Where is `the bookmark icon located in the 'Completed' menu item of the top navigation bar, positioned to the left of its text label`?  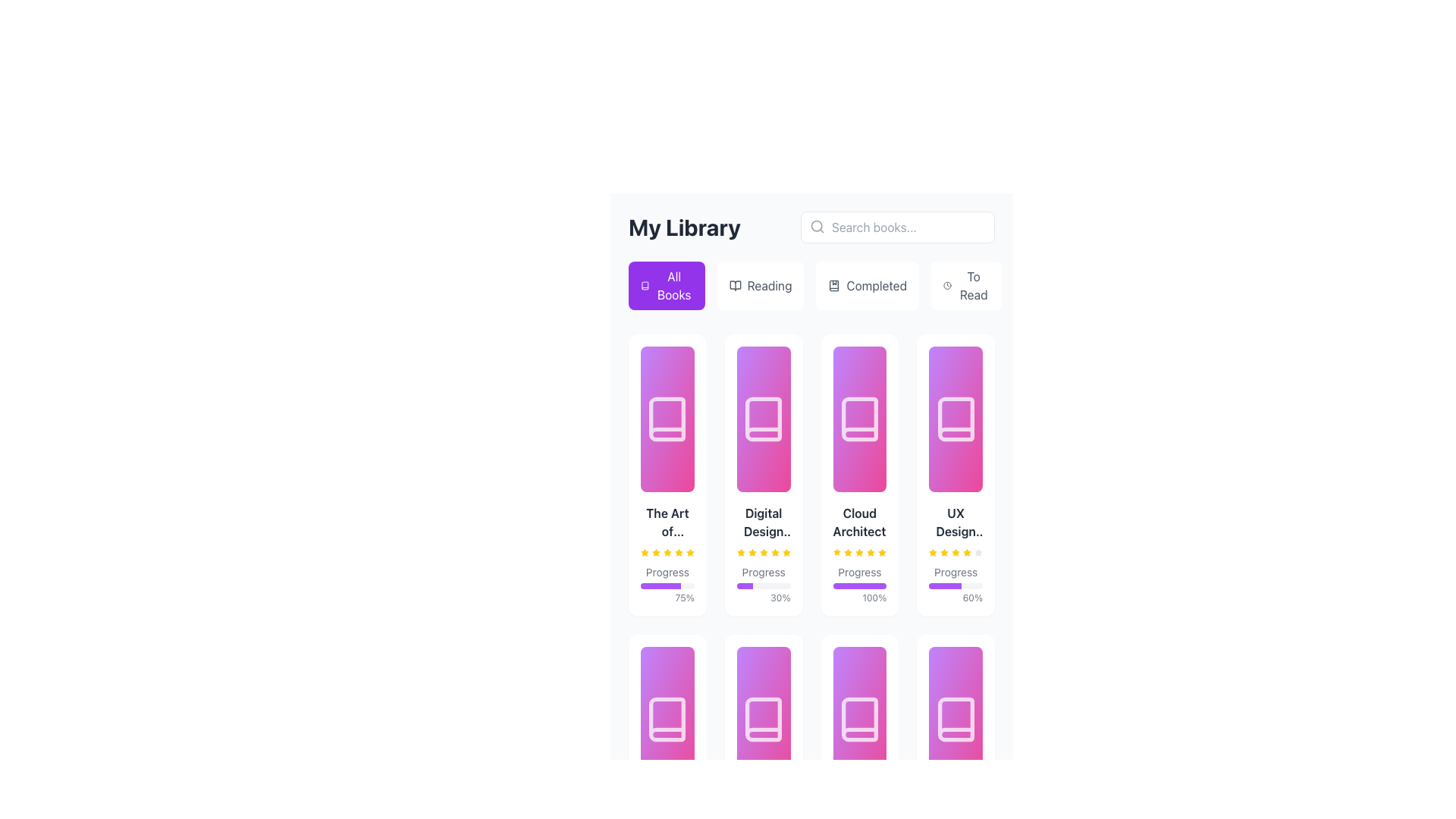
the bookmark icon located in the 'Completed' menu item of the top navigation bar, positioned to the left of its text label is located at coordinates (833, 286).